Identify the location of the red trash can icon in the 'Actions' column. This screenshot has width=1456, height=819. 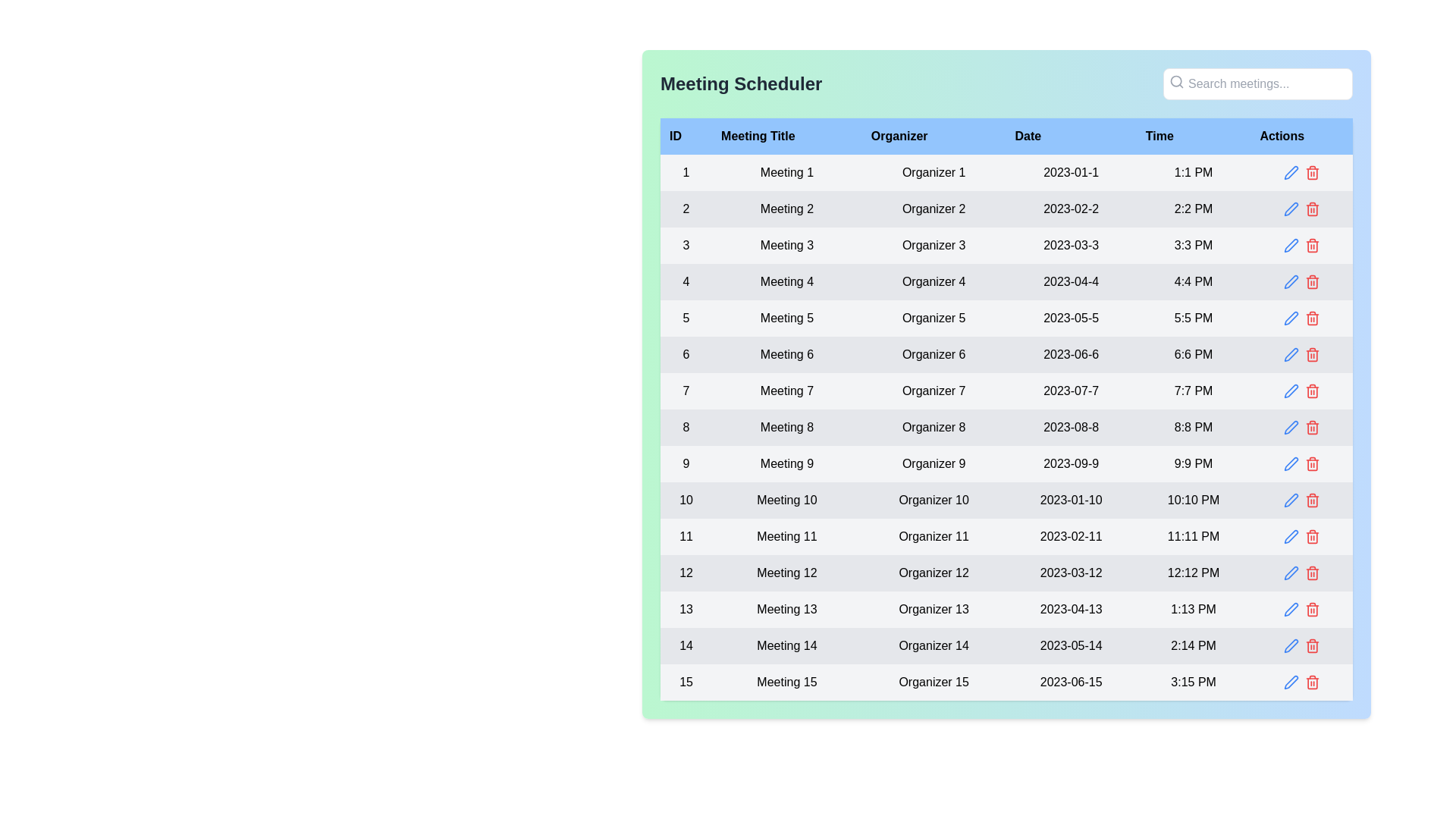
(1301, 391).